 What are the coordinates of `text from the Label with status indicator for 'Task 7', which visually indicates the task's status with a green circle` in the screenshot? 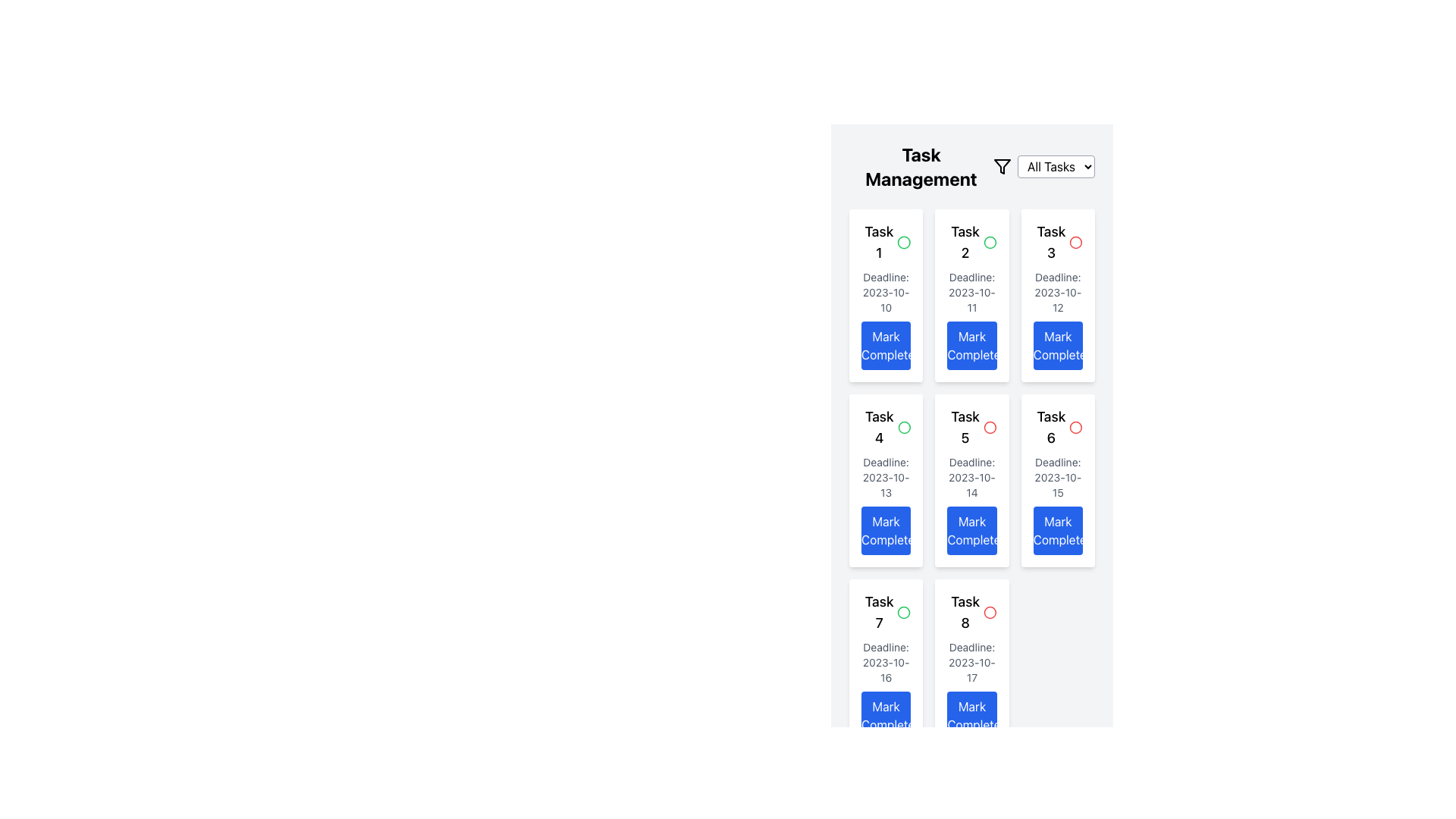 It's located at (886, 611).